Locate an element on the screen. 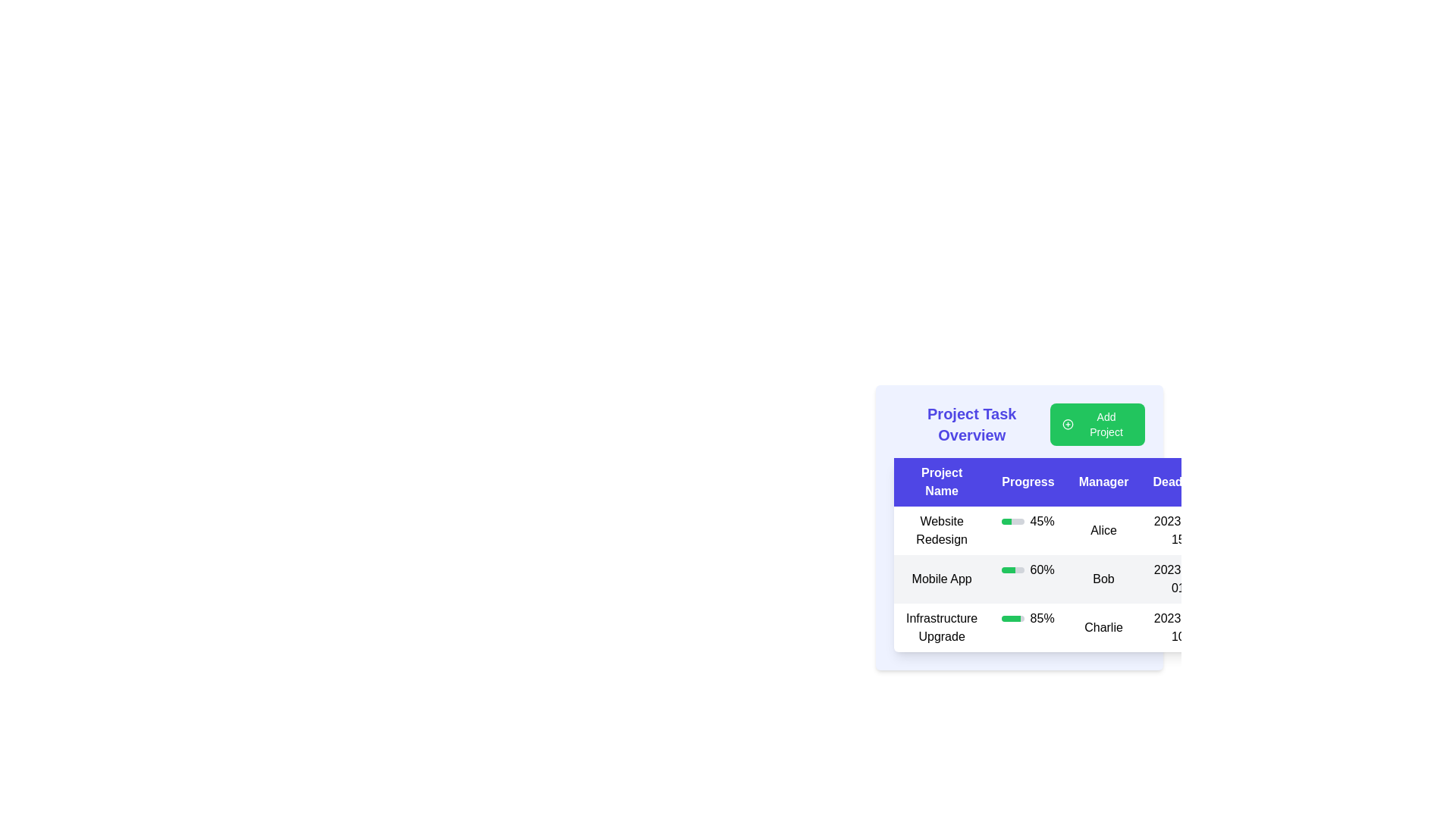 The height and width of the screenshot is (819, 1456). text label displaying 'Mobile App' located in the second row under the 'Project Name' column of the table is located at coordinates (941, 579).